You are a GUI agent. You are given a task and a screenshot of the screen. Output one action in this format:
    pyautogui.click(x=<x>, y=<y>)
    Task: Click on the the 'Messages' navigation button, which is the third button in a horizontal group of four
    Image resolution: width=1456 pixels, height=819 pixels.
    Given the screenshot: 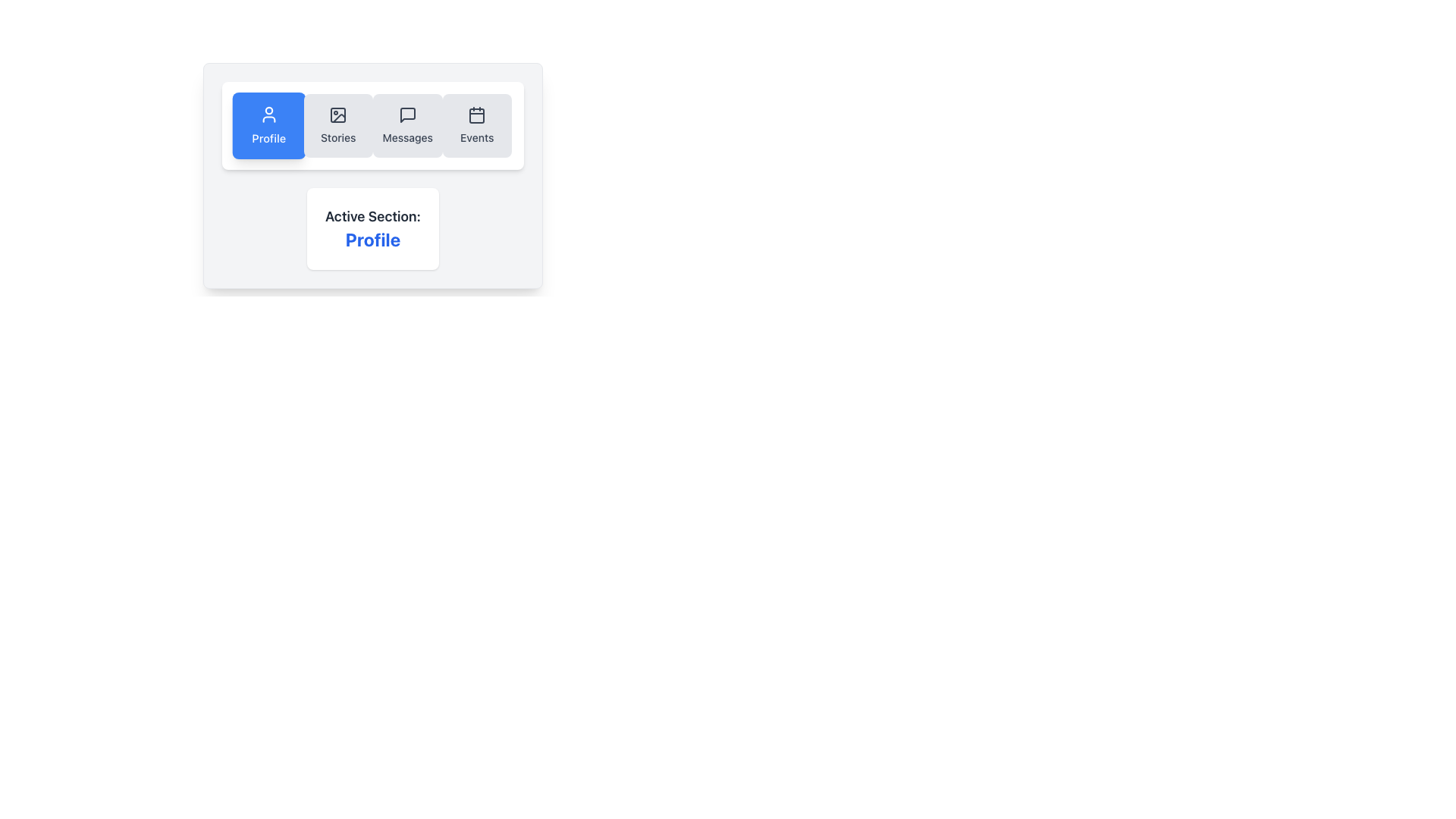 What is the action you would take?
    pyautogui.click(x=407, y=124)
    